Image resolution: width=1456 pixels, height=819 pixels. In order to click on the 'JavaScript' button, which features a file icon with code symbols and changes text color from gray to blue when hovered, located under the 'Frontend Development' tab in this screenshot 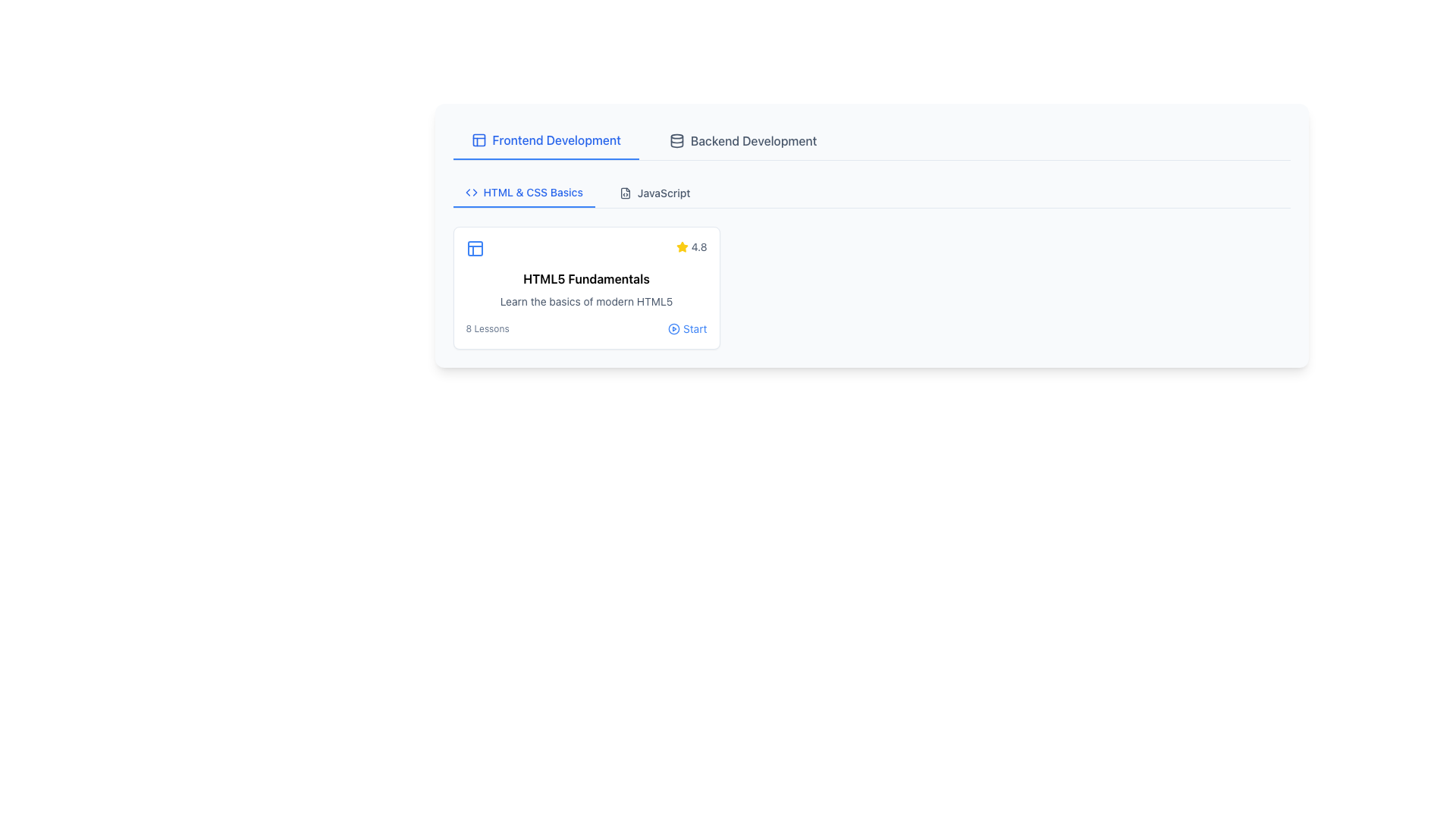, I will do `click(654, 192)`.